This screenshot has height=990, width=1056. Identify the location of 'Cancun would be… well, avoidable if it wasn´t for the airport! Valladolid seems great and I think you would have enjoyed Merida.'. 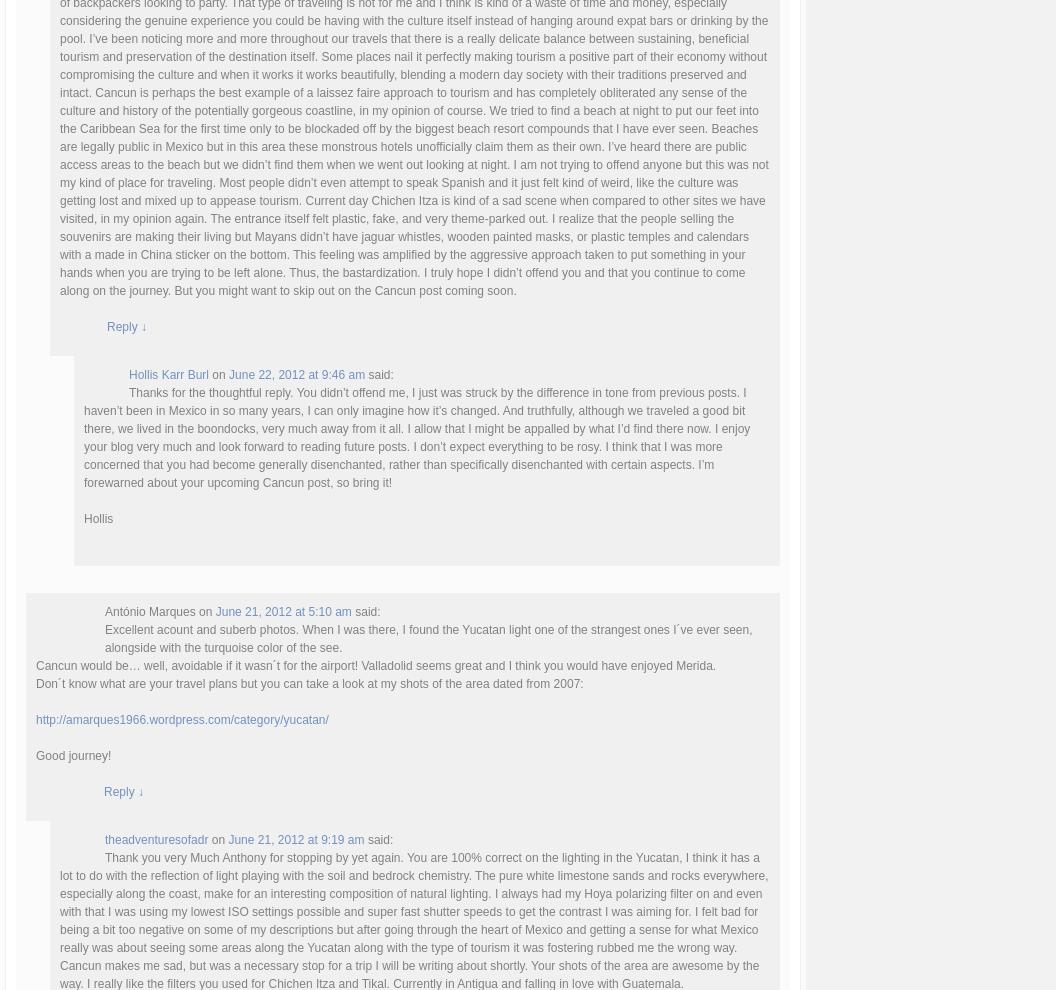
(375, 664).